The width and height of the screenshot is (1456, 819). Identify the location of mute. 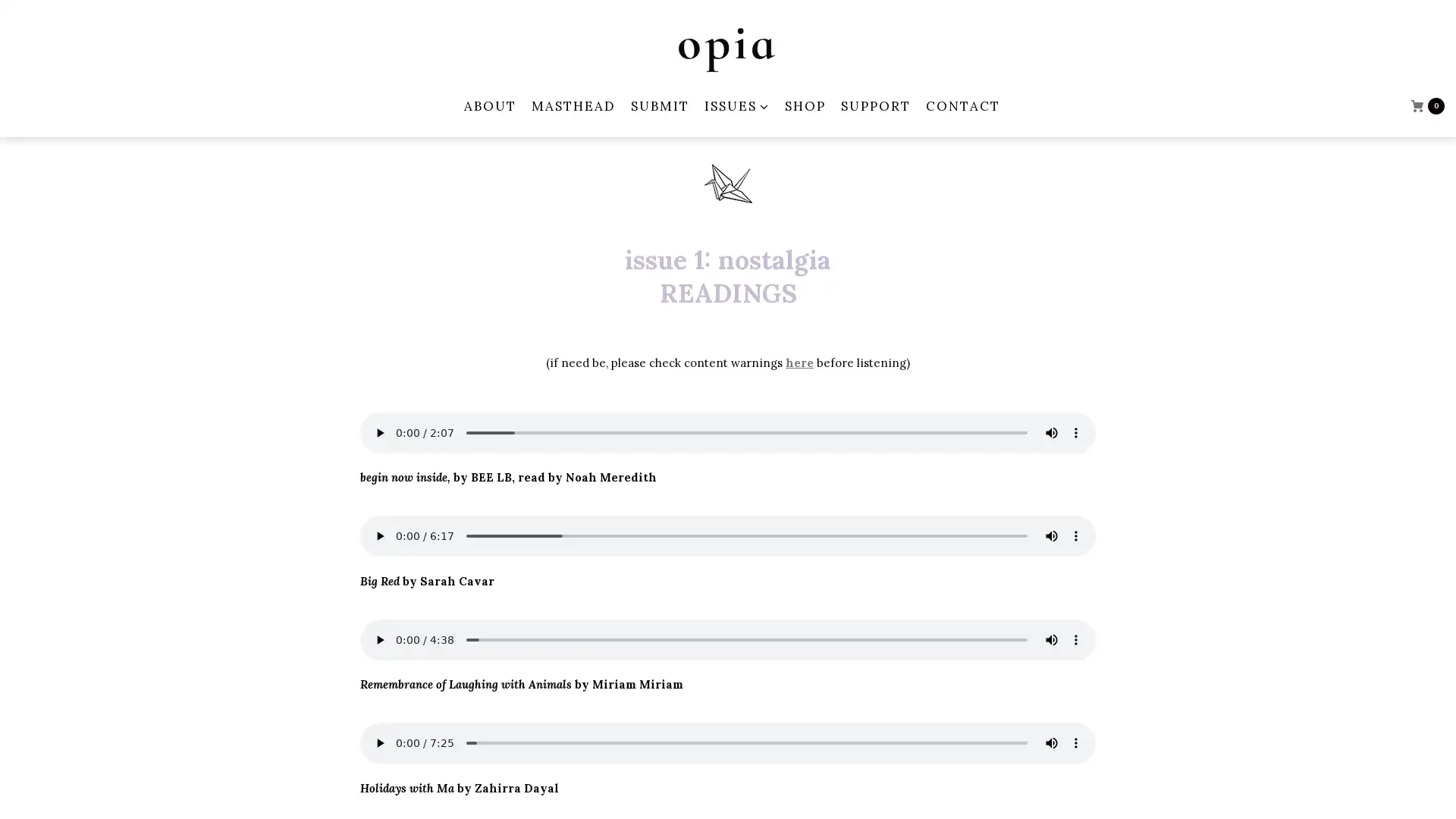
(1051, 432).